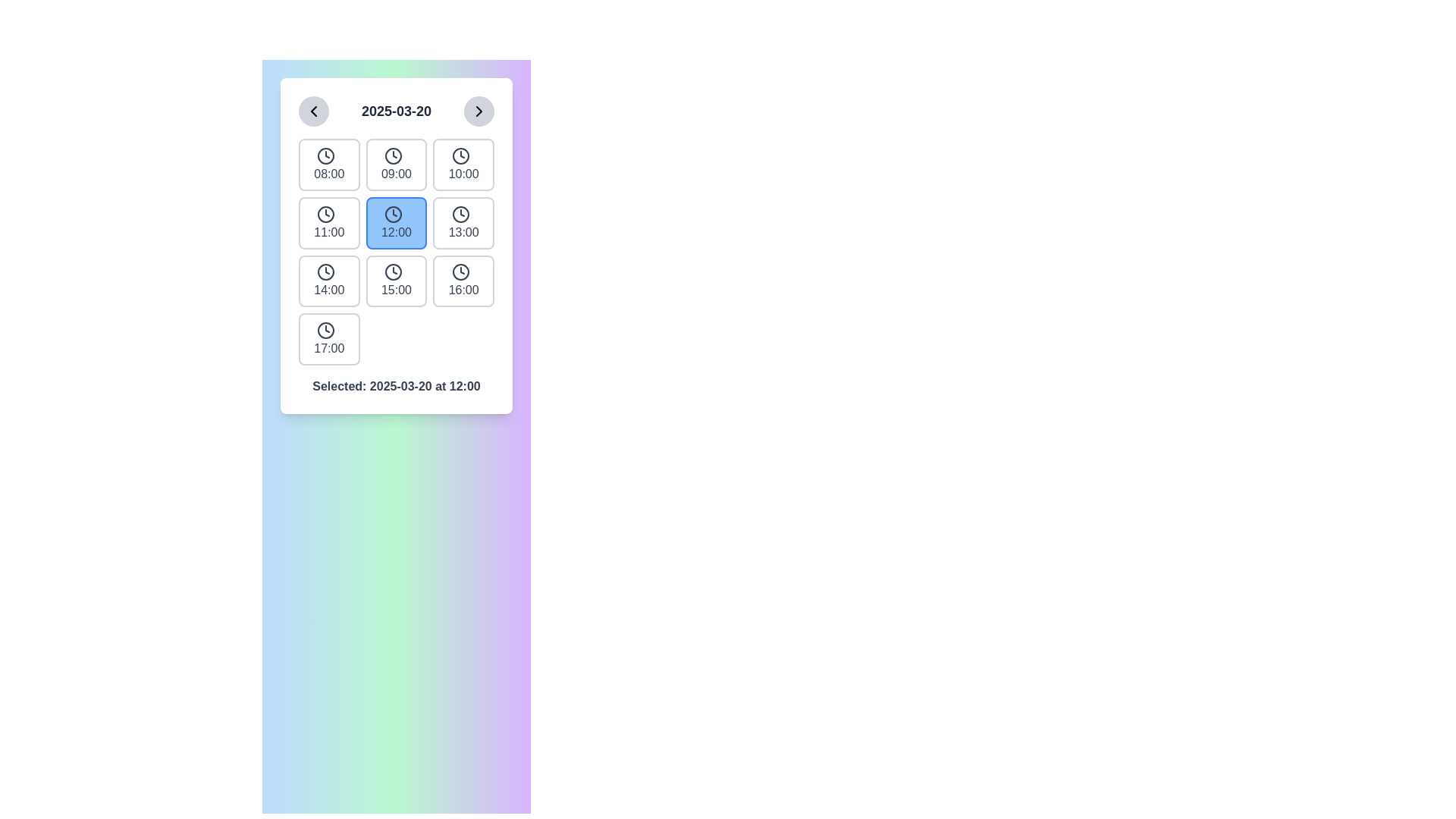 Image resolution: width=1456 pixels, height=819 pixels. Describe the element at coordinates (325, 155) in the screenshot. I see `the clock icon indicating the time selection option next to the time indicator '08:00' in the top-left corner of the grid` at that location.